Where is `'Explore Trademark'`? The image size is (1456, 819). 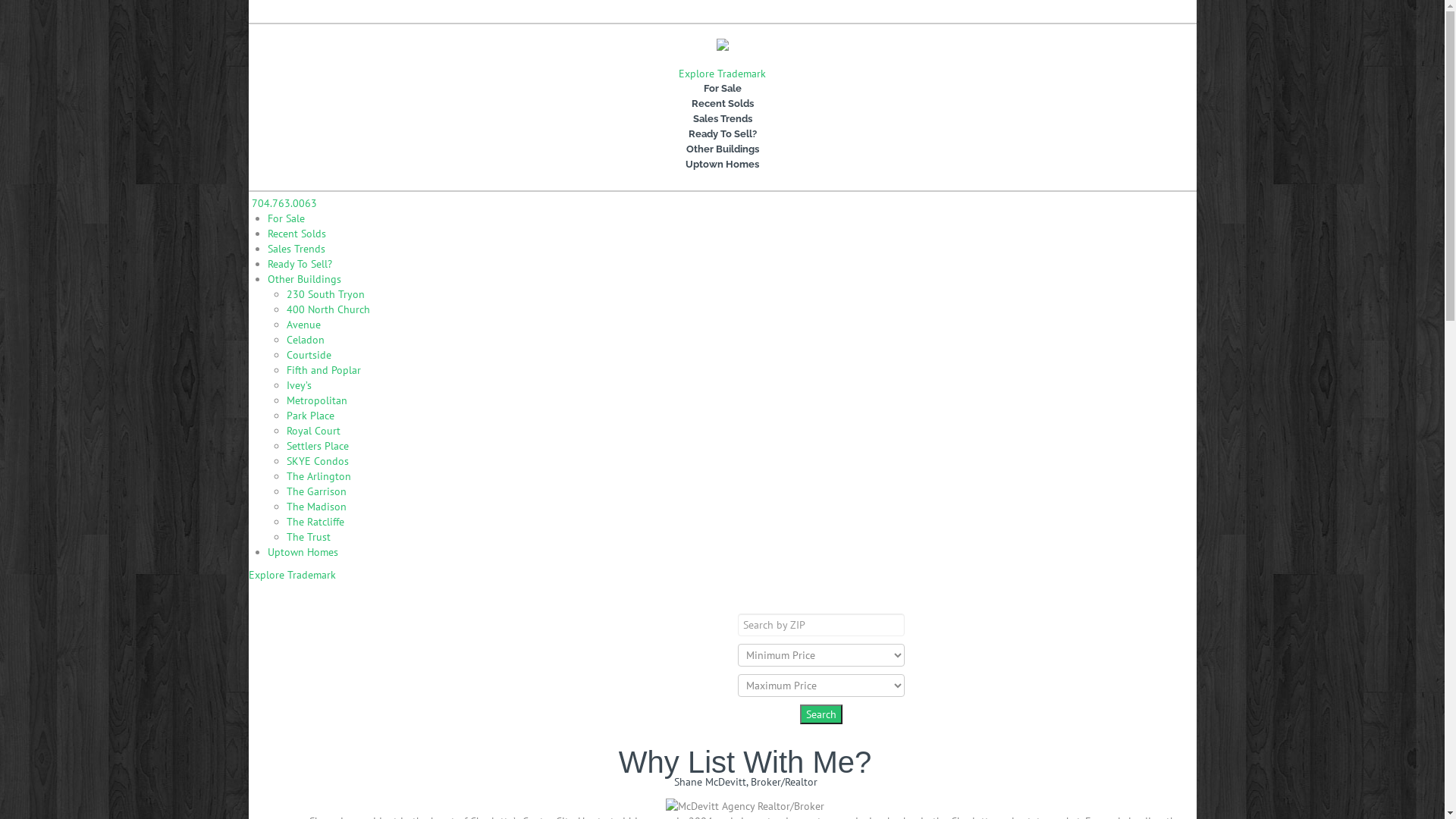
'Explore Trademark' is located at coordinates (721, 73).